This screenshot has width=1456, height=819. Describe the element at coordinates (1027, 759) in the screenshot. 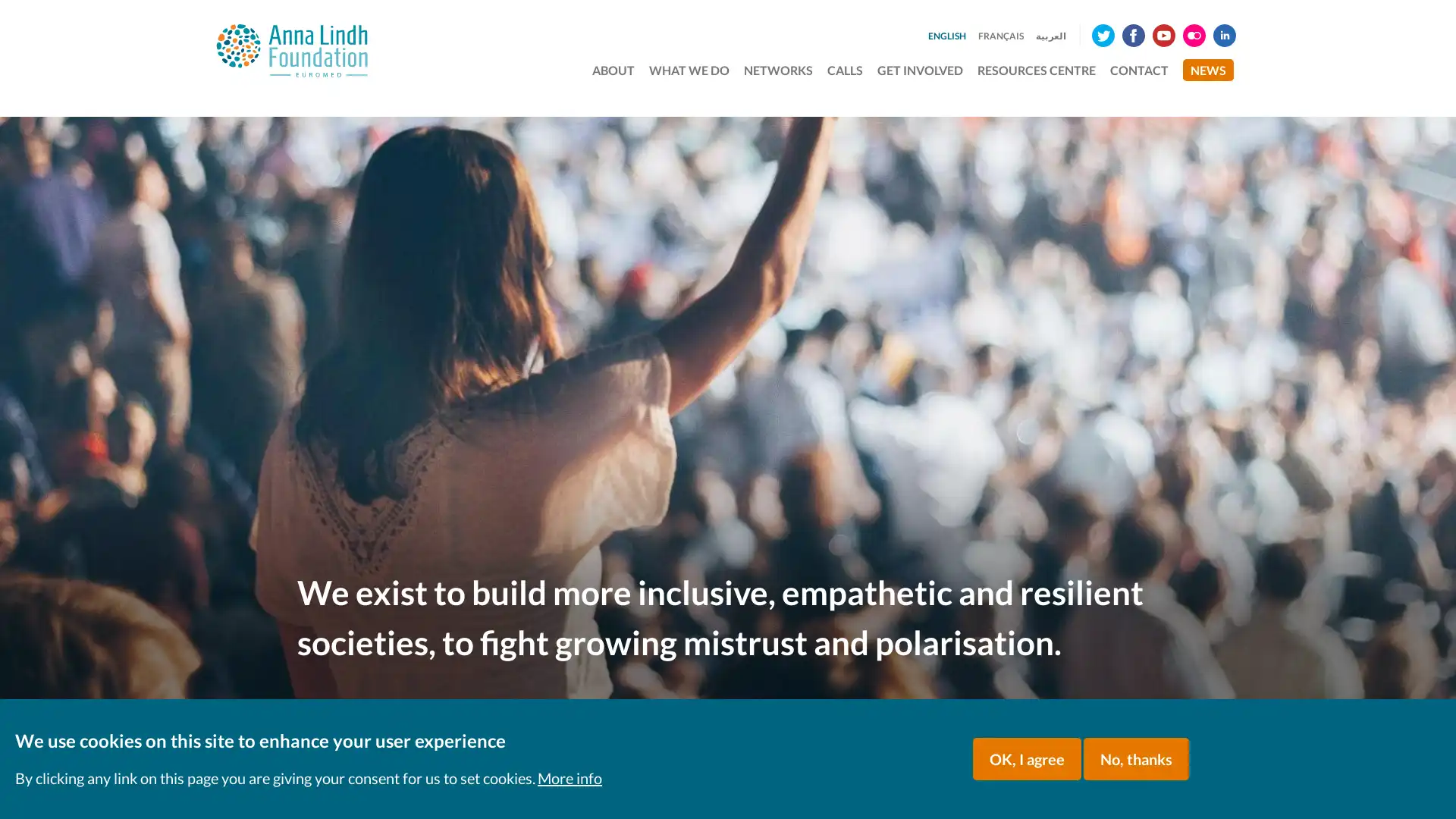

I see `OK, I agree` at that location.